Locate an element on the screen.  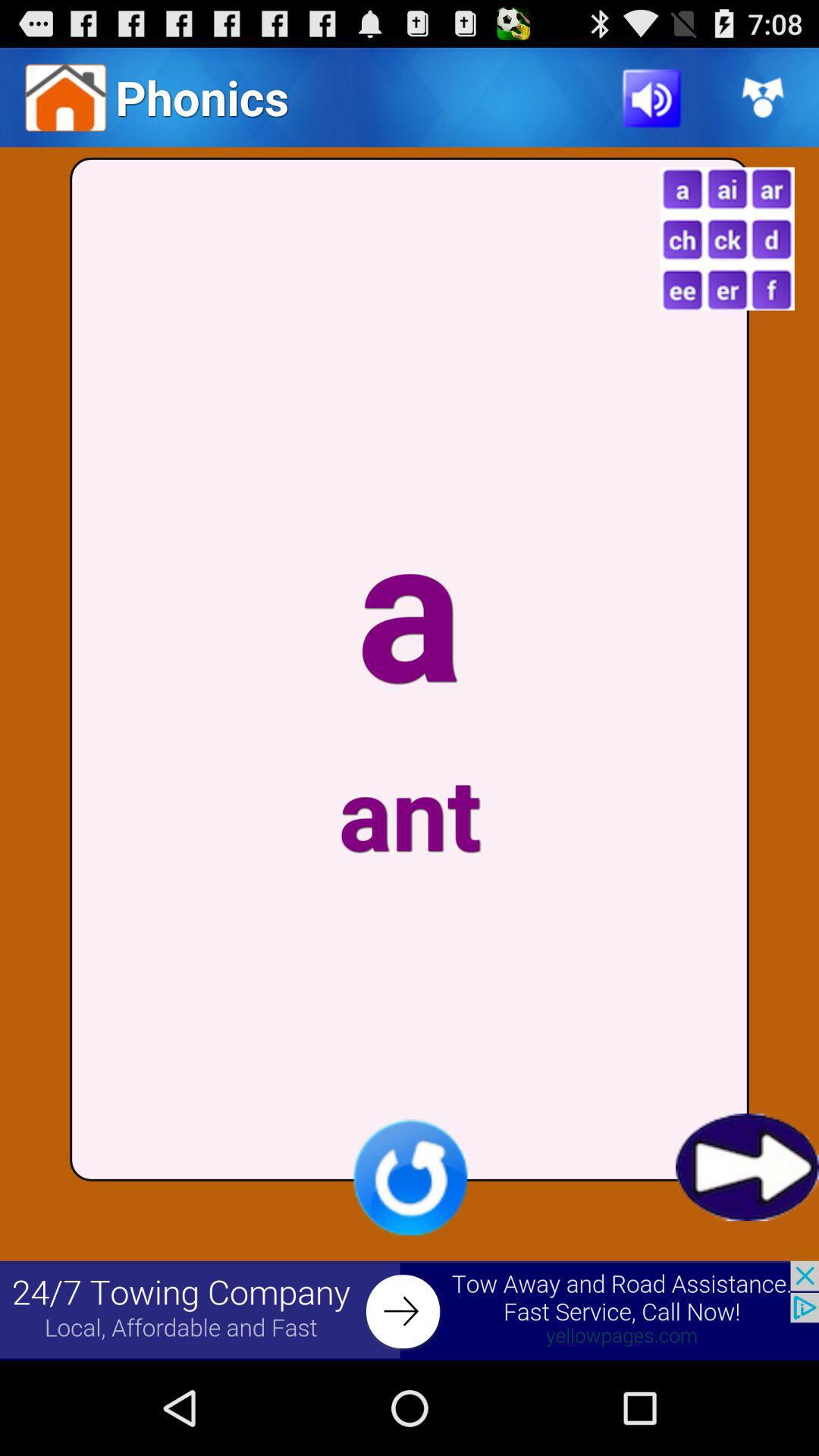
letters is located at coordinates (726, 238).